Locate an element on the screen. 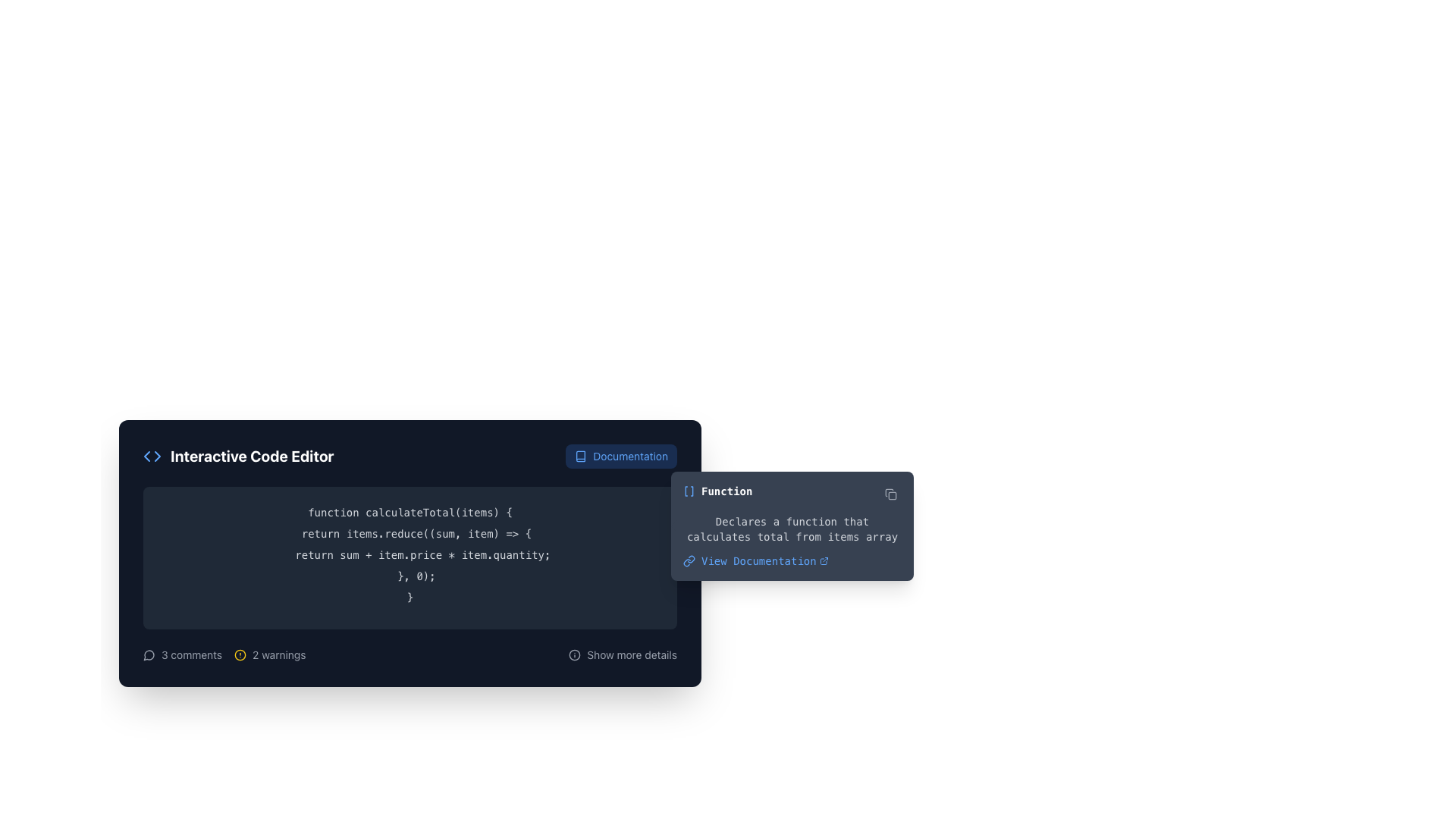 The height and width of the screenshot is (819, 1456). the 'View Documentation' link in the Informative tooltip adjacent to 'function calculateTotal(items)' is located at coordinates (792, 526).